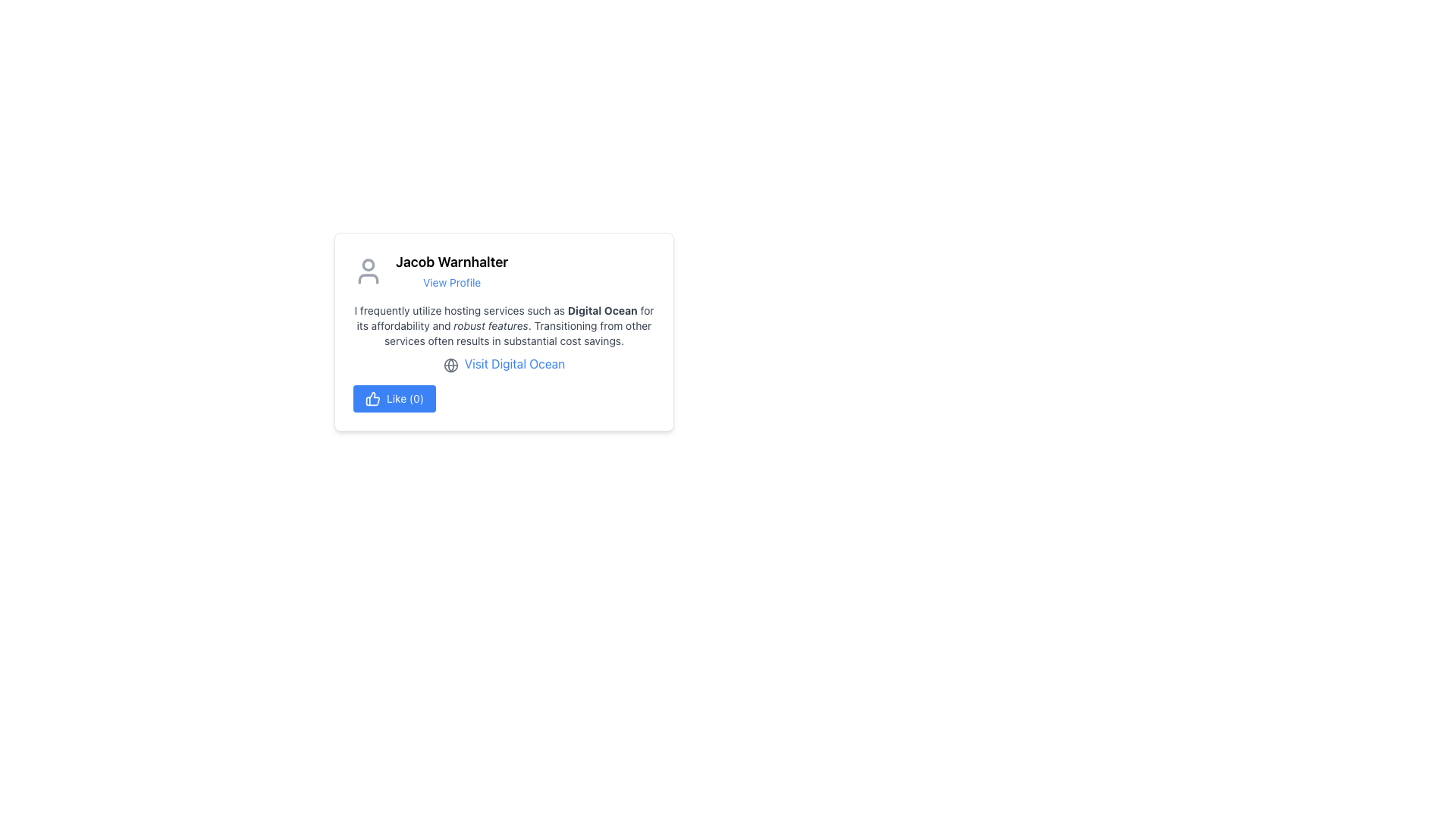 This screenshot has width=1456, height=819. What do you see at coordinates (450, 365) in the screenshot?
I see `the globe icon that visually represents a global entity, located to the left of the 'Visit Digital Ocean' text within a card-like structure` at bounding box center [450, 365].